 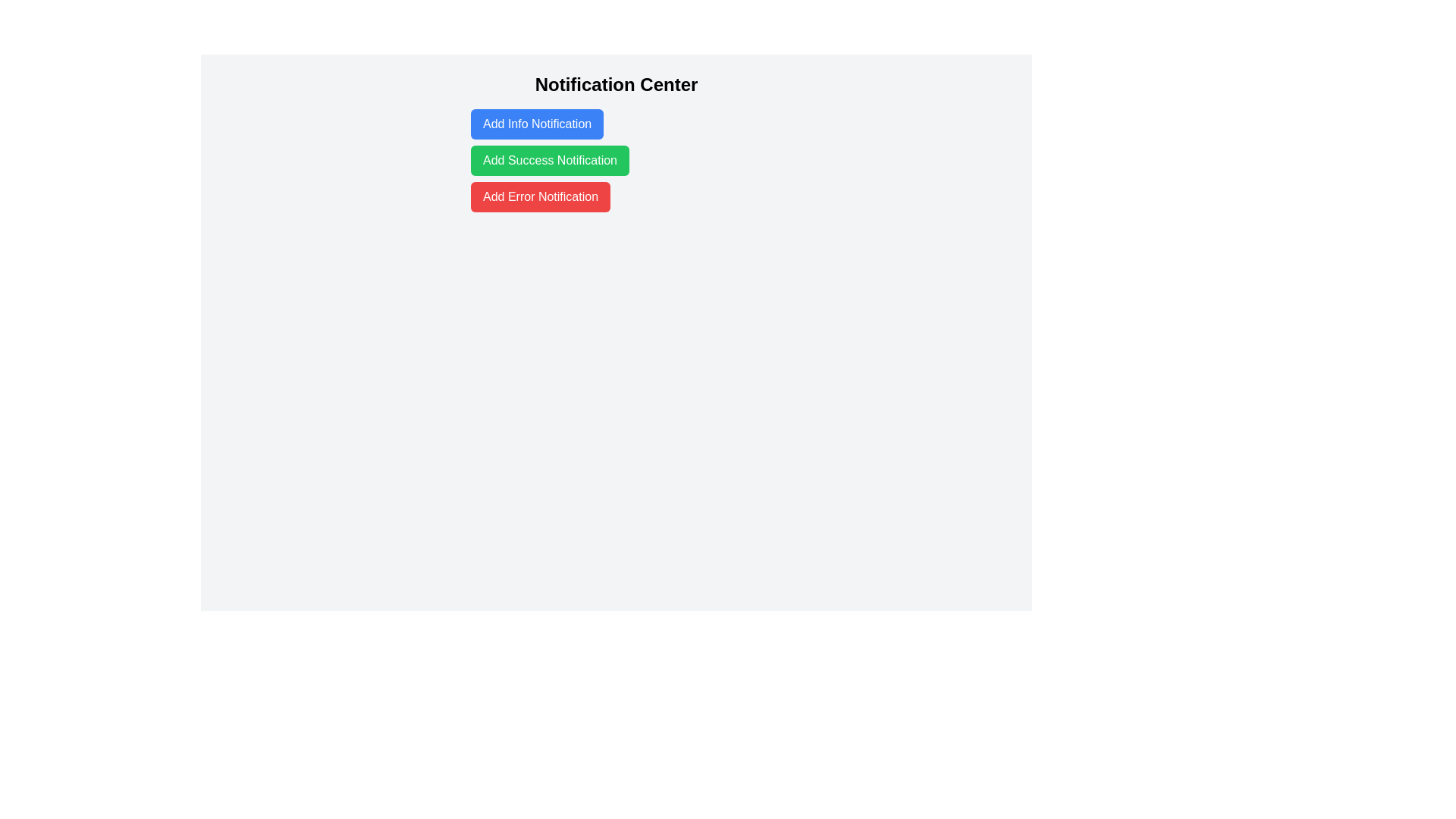 I want to click on the button located below the 'Notification Center' heading, which is the first in a vertical stack of three buttons aligned to the left, so click(x=537, y=124).